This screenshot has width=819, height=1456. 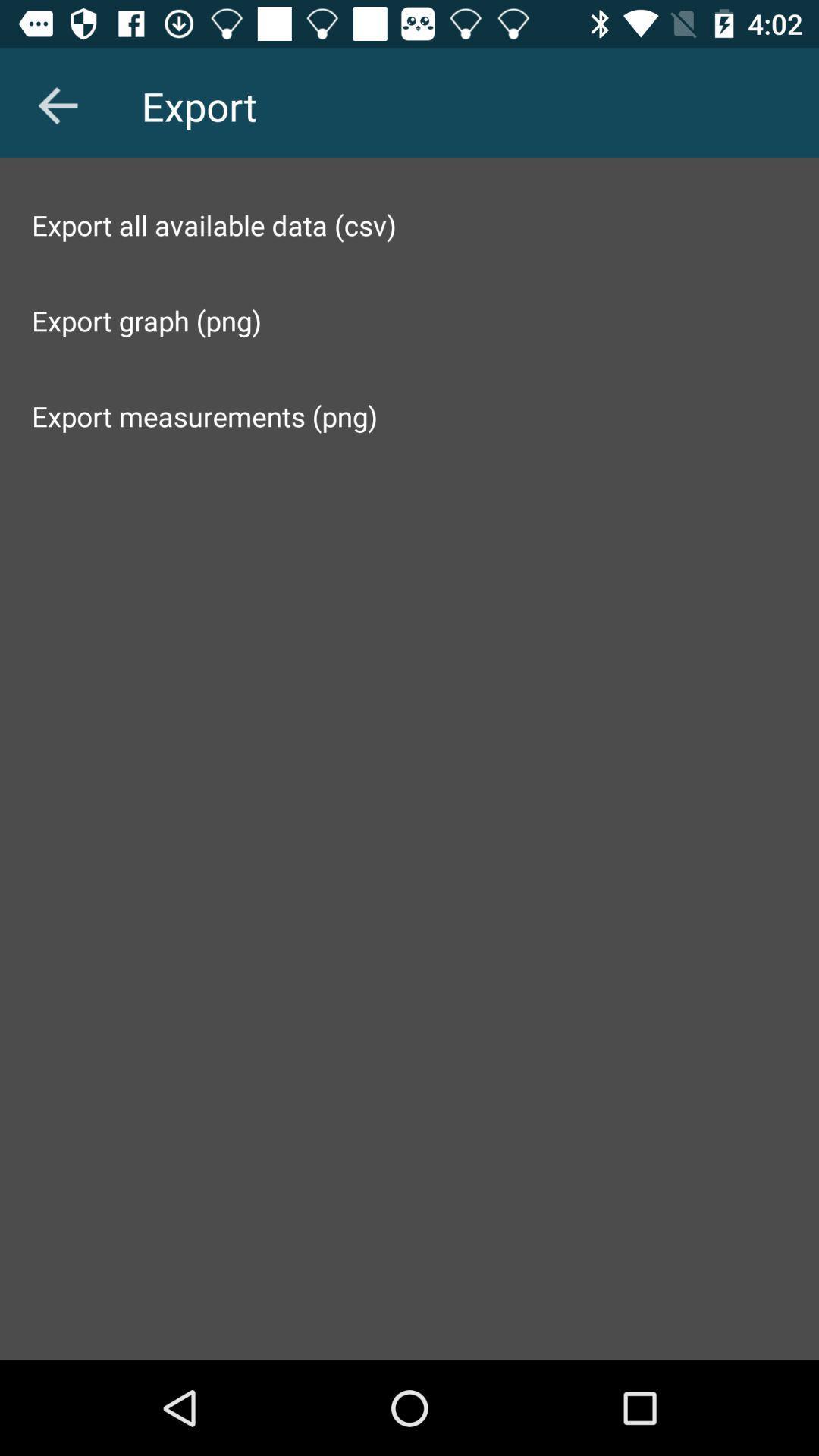 I want to click on the item at the top left corner, so click(x=57, y=105).